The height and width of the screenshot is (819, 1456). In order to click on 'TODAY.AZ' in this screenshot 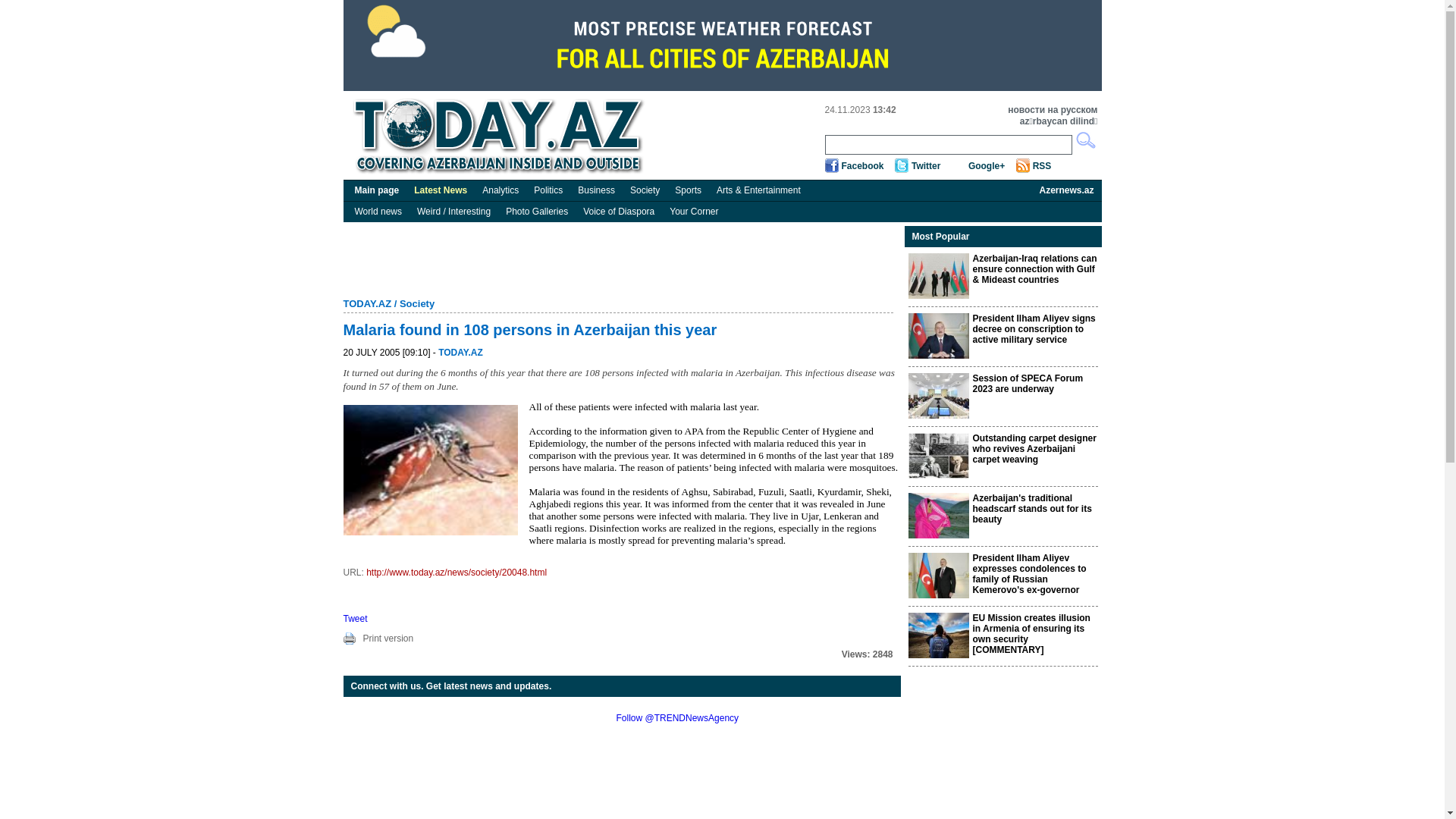, I will do `click(460, 353)`.